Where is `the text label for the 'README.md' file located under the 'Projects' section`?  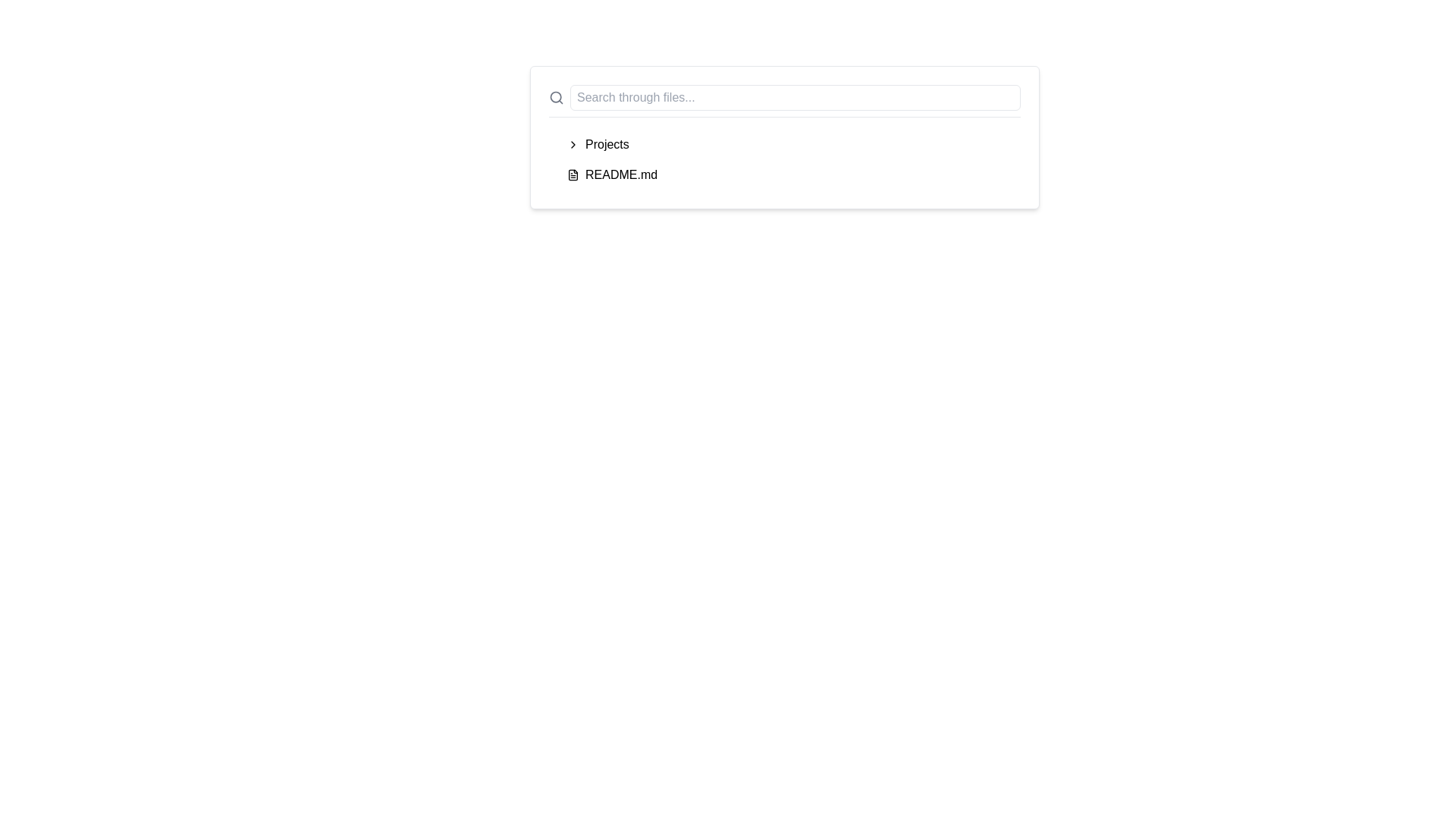 the text label for the 'README.md' file located under the 'Projects' section is located at coordinates (621, 174).